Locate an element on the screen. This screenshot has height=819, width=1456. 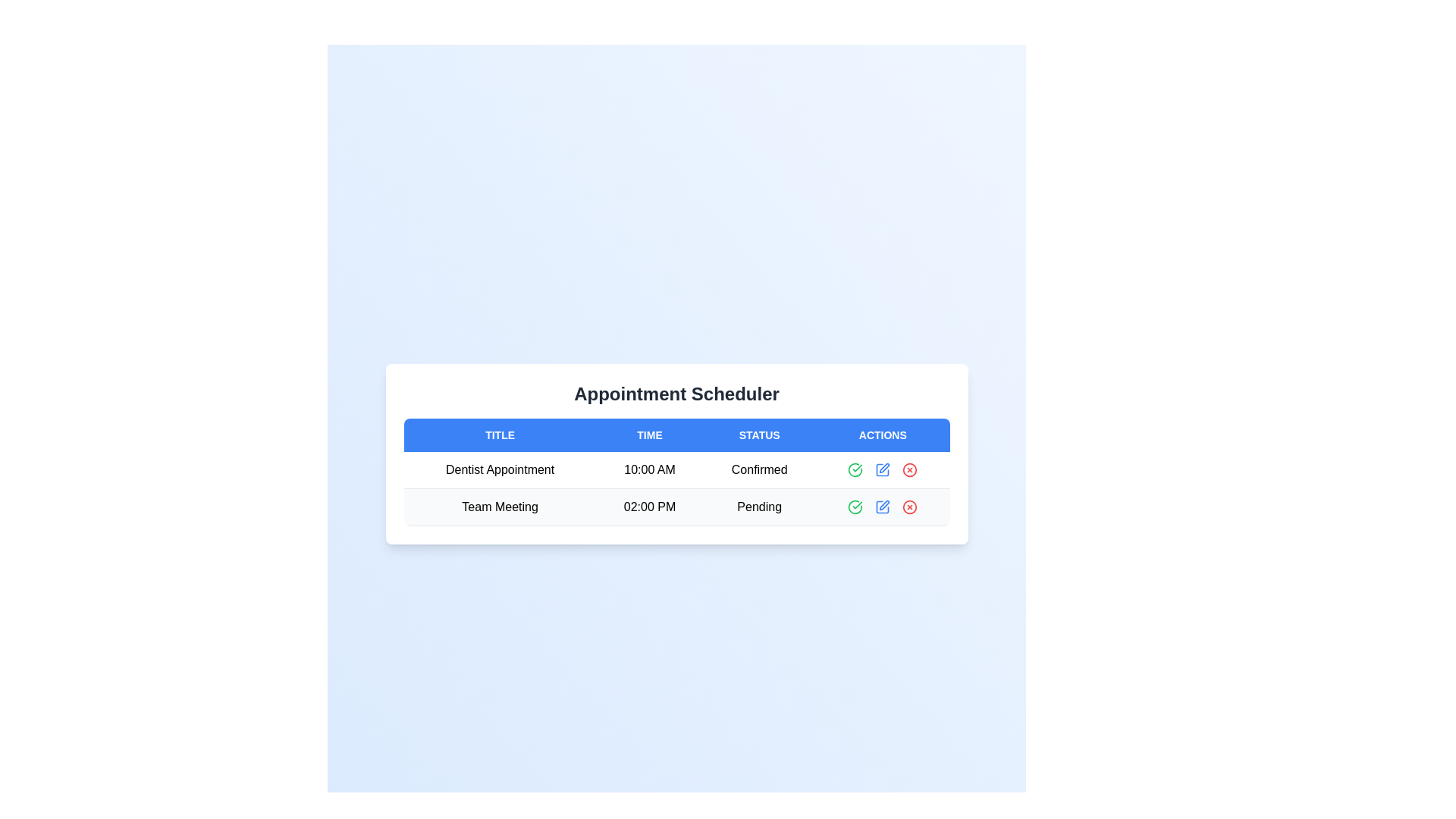
the central table element within the 'Appointment Scheduler' card is located at coordinates (676, 472).